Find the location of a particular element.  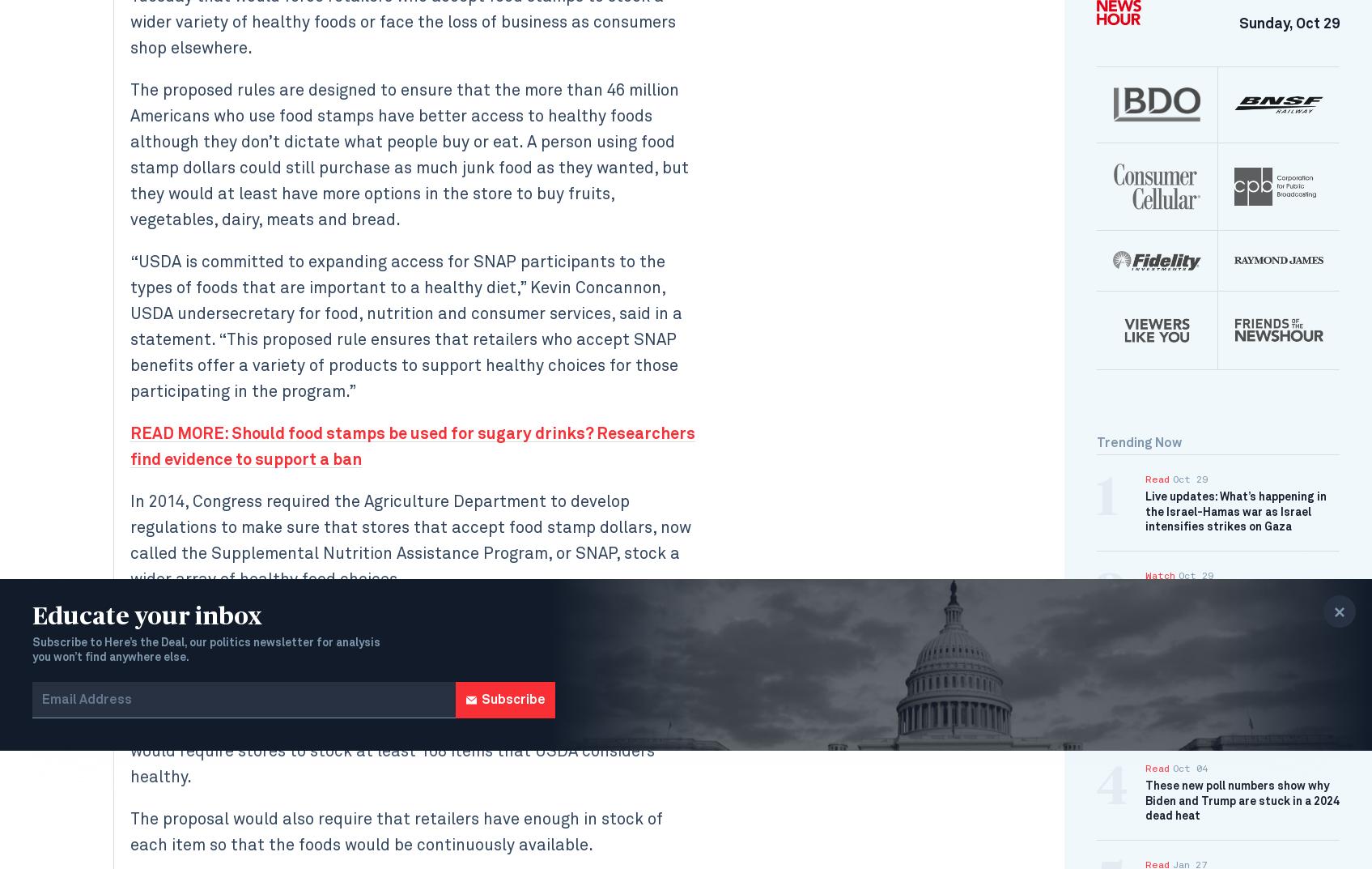

'Sunday, Oct 29' is located at coordinates (1289, 23).